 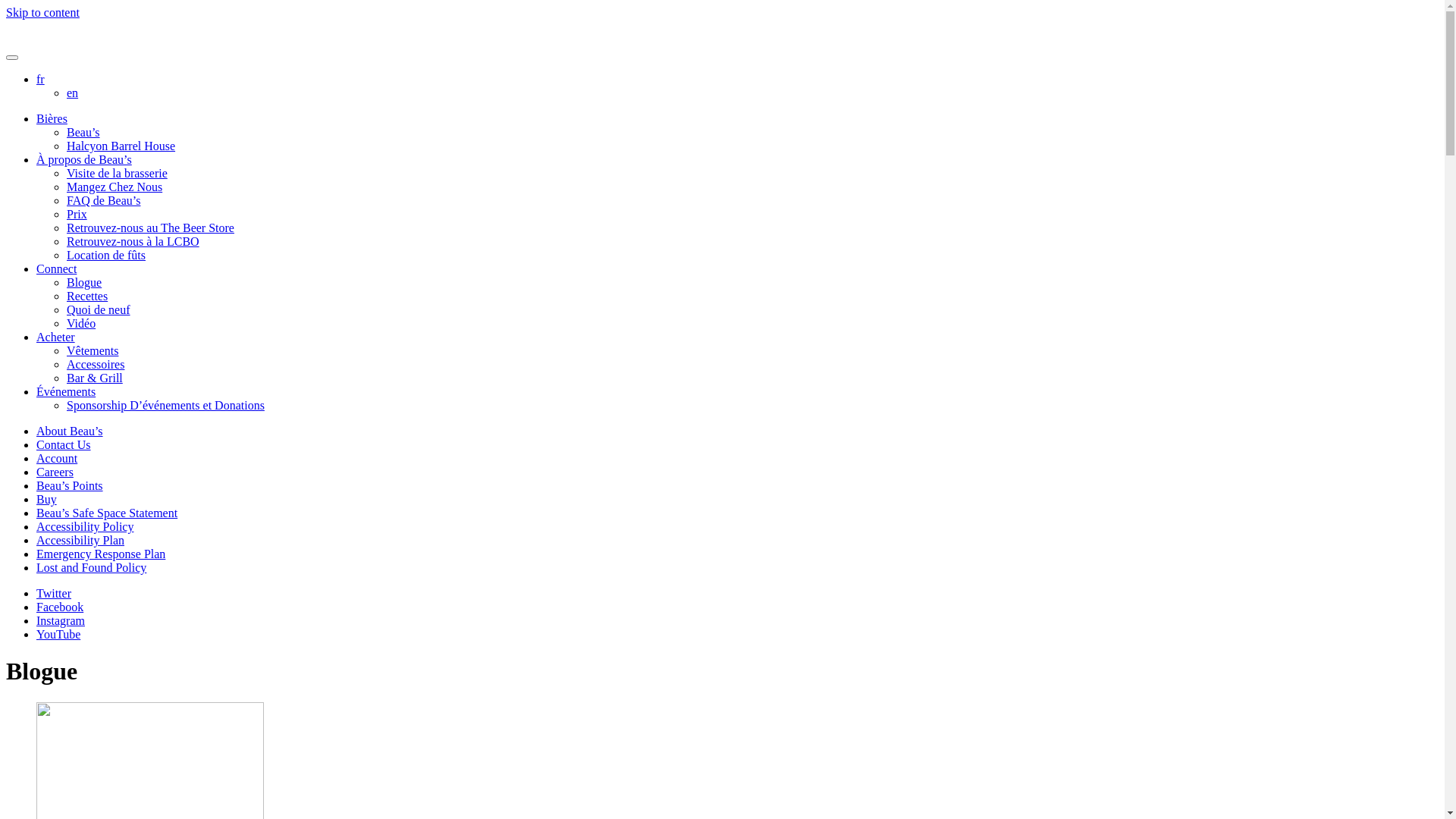 I want to click on 'Skip to content', so click(x=42, y=12).